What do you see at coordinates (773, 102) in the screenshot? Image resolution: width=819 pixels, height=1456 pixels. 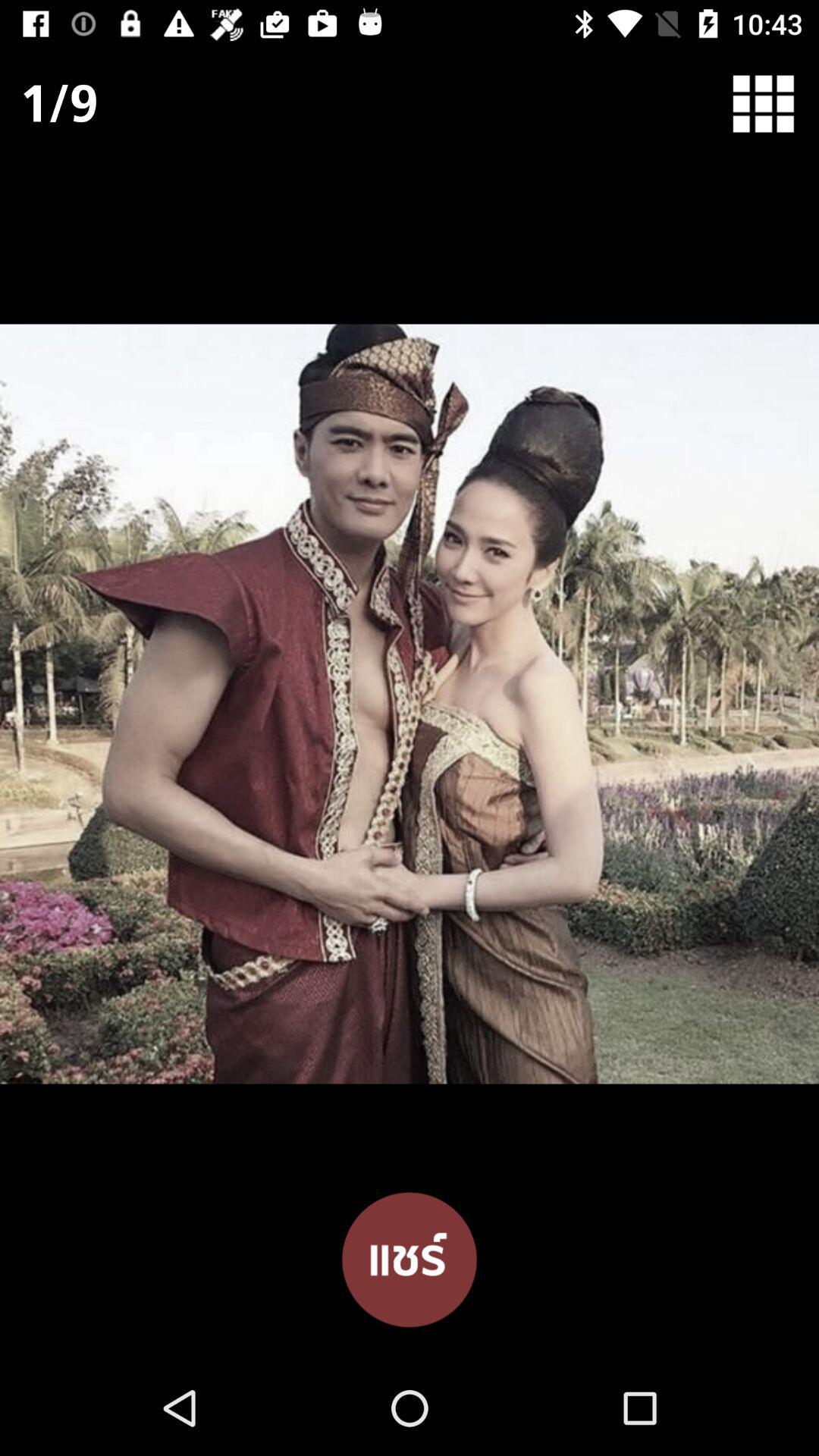 I see `the item to the right of the /9` at bounding box center [773, 102].